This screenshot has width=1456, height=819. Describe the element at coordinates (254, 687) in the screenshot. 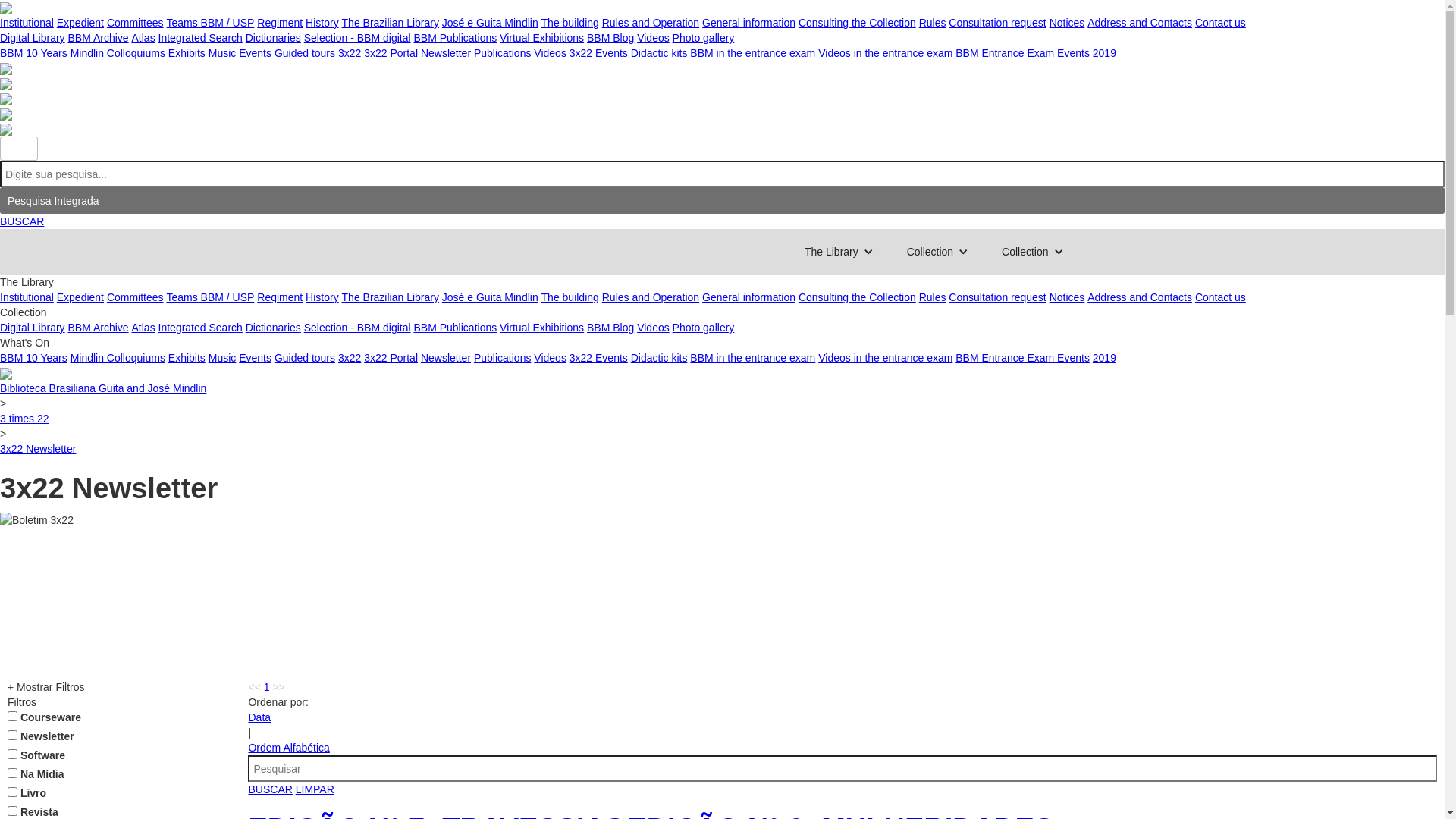

I see `'<<'` at that location.